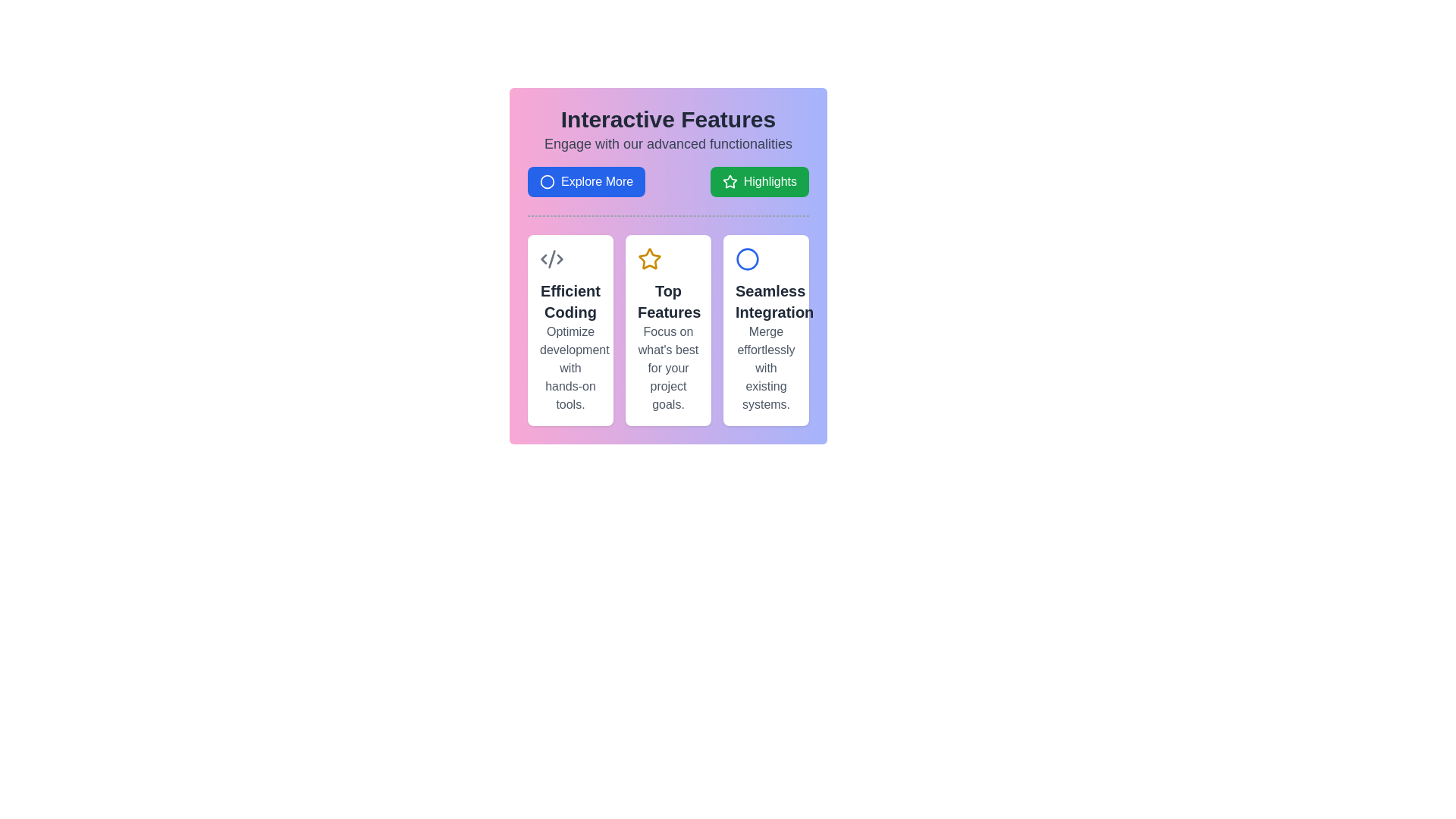  I want to click on the text header 'Seamless Integration' which is styled in bold and larger font size, located in the rightmost card of the third column, below a blue circular icon, so click(766, 301).